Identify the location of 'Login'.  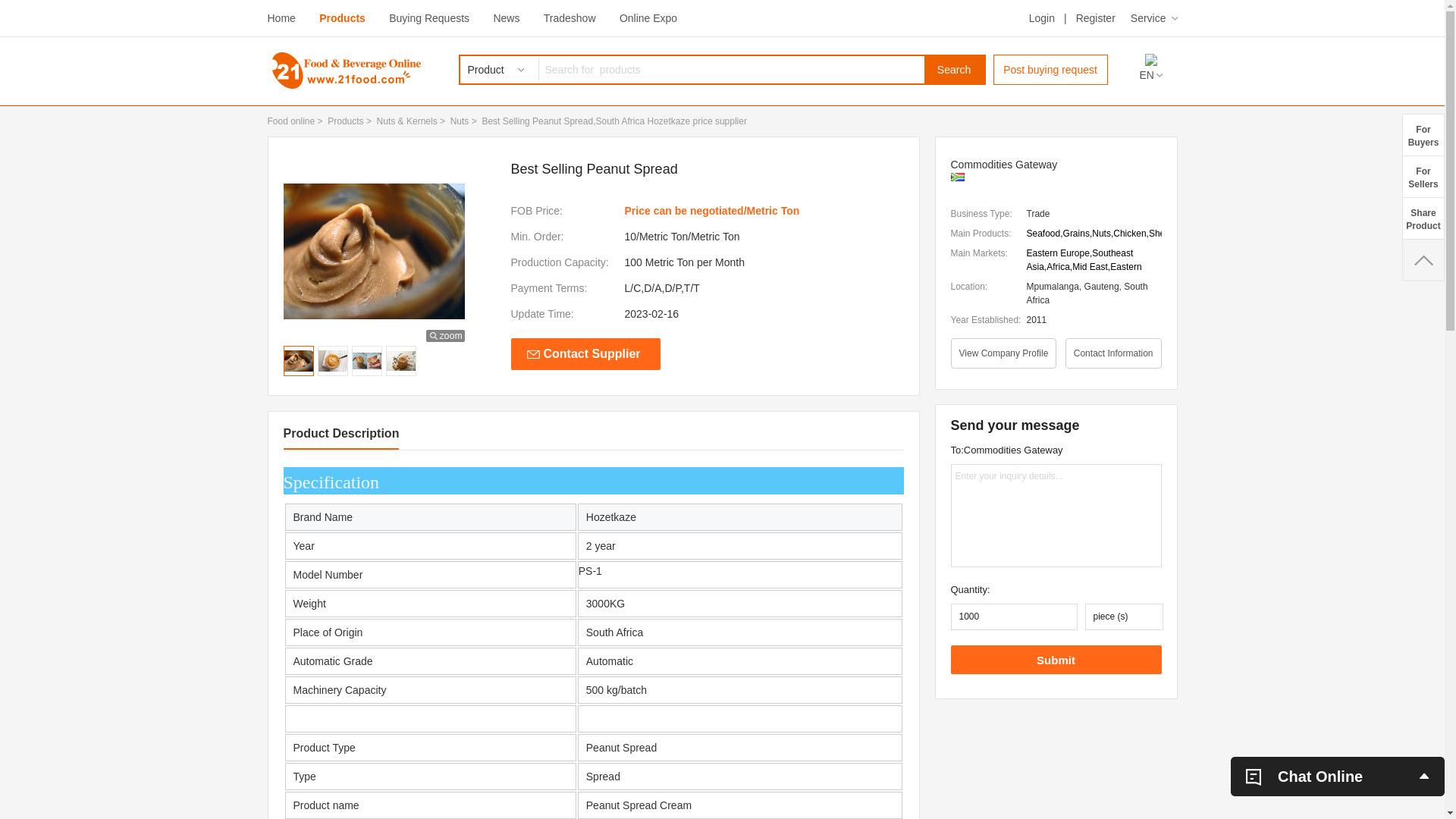
(1040, 17).